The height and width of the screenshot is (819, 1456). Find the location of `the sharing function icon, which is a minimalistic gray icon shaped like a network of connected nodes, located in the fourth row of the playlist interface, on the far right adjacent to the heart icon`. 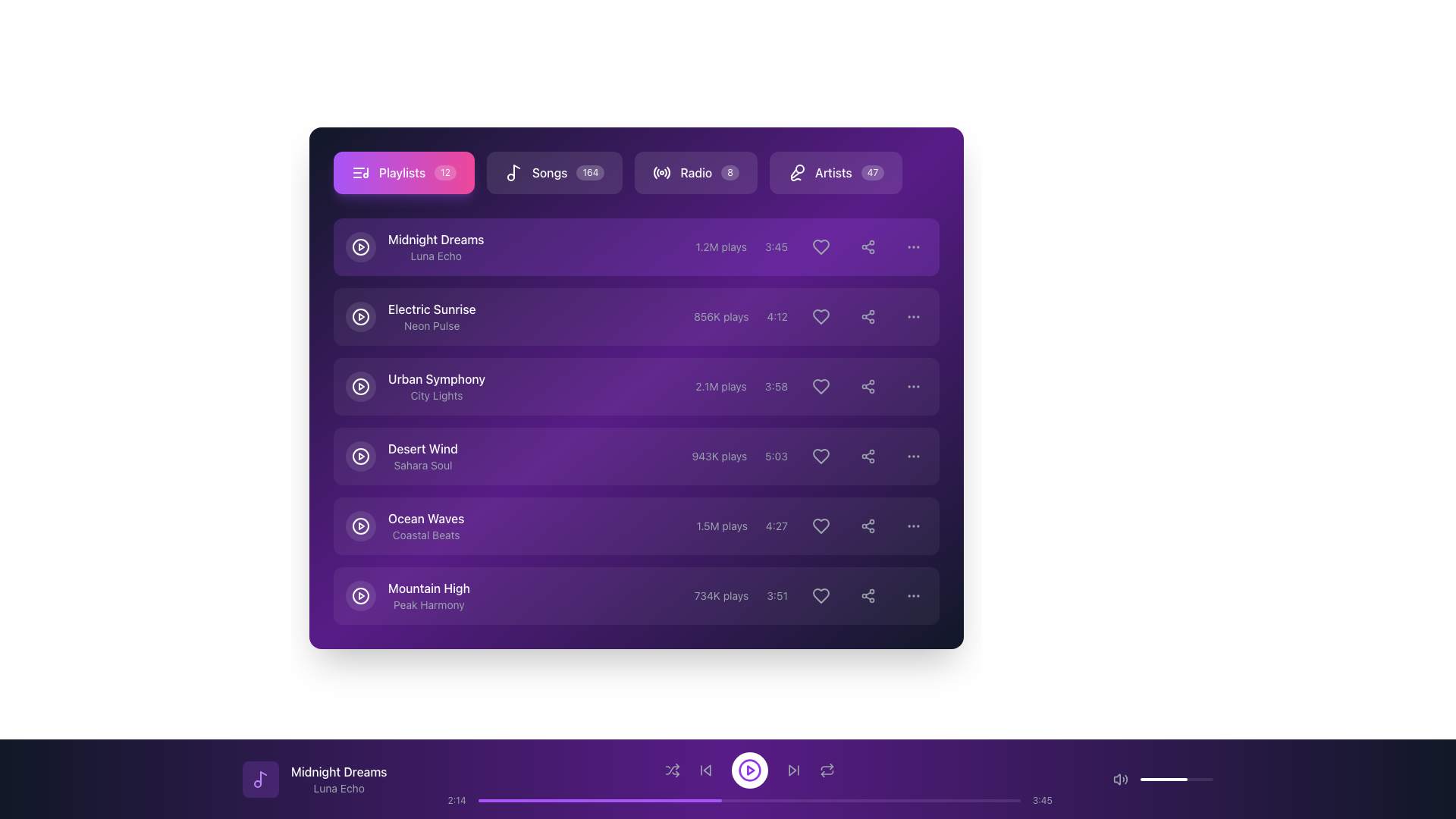

the sharing function icon, which is a minimalistic gray icon shaped like a network of connected nodes, located in the fourth row of the playlist interface, on the far right adjacent to the heart icon is located at coordinates (868, 526).